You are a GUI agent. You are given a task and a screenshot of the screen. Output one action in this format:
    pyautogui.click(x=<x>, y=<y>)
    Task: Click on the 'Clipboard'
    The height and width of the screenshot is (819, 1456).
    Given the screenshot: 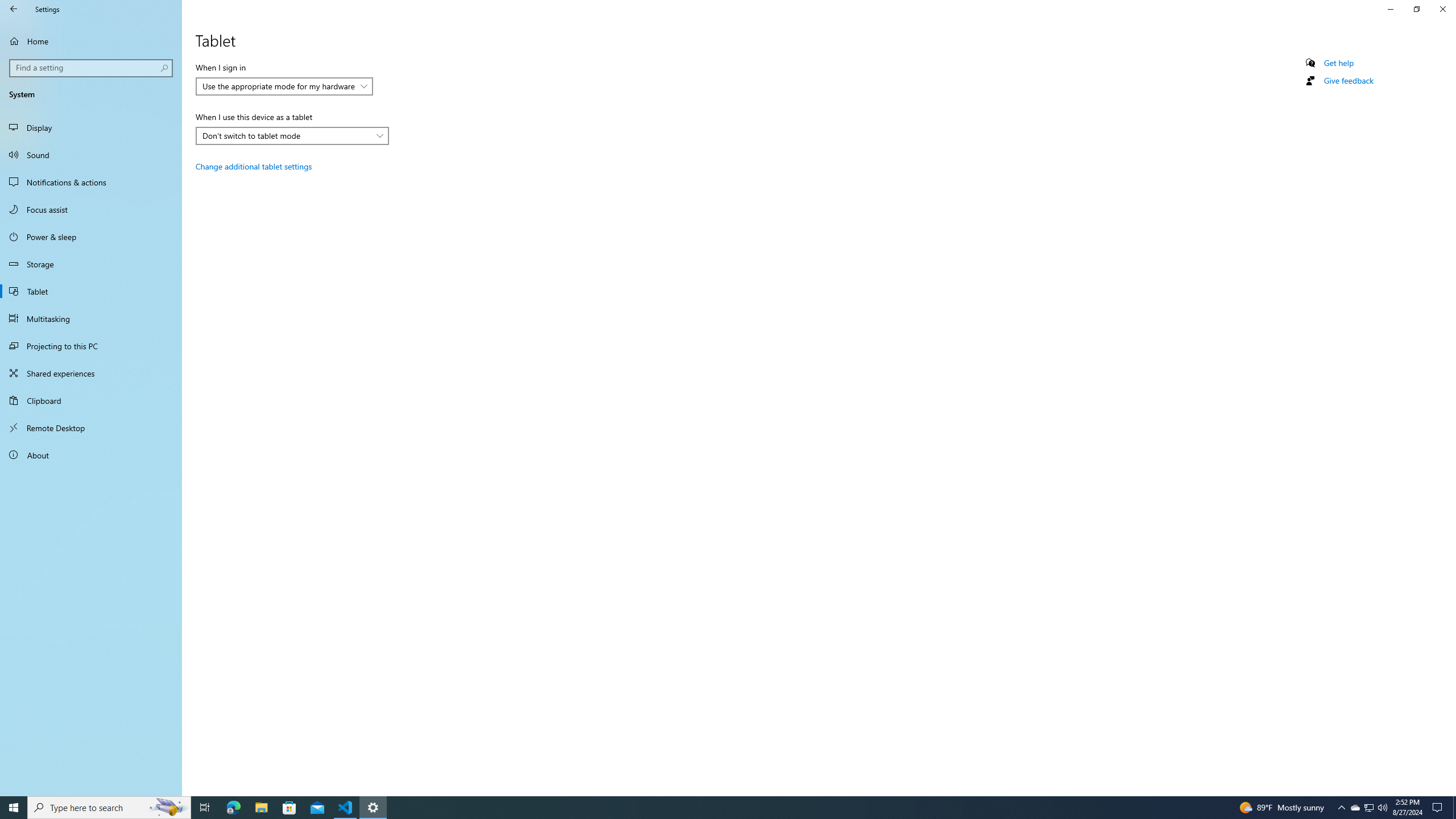 What is the action you would take?
    pyautogui.click(x=90, y=400)
    